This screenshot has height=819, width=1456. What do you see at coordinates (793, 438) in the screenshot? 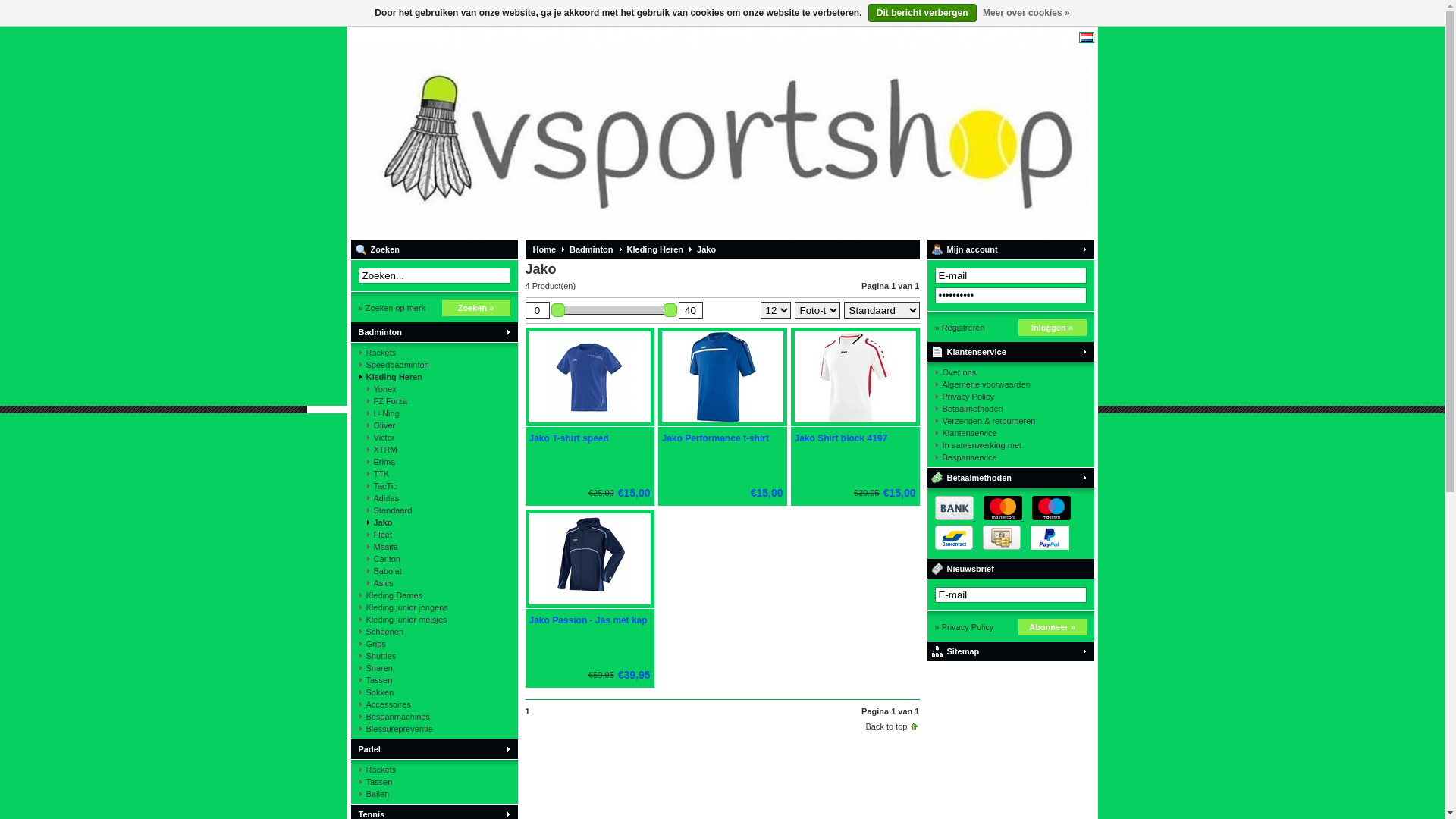
I see `'Jako Shirt block 4197'` at bounding box center [793, 438].